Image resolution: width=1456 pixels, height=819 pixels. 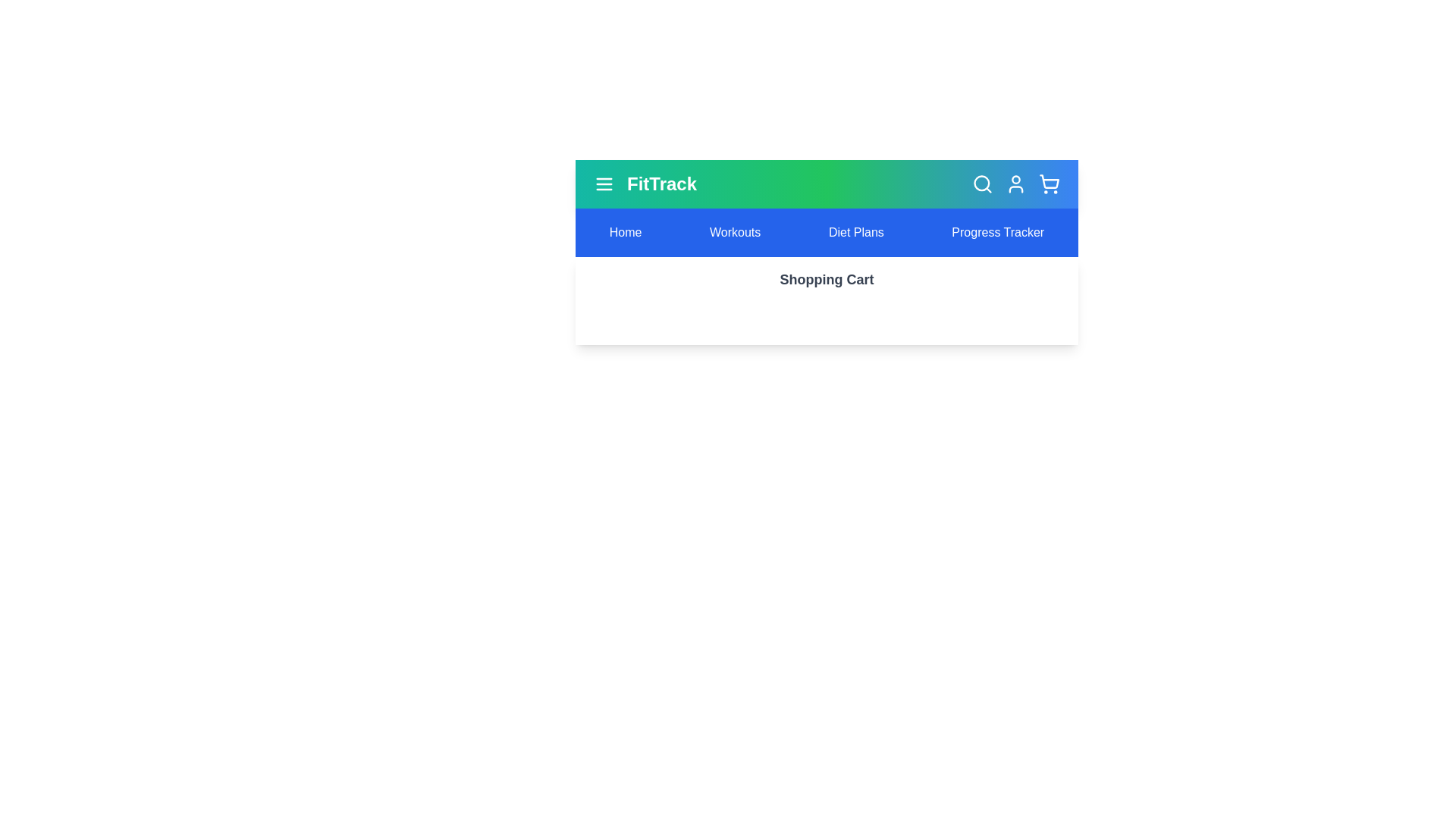 What do you see at coordinates (983, 184) in the screenshot?
I see `the search icon to trigger its visual feedback` at bounding box center [983, 184].